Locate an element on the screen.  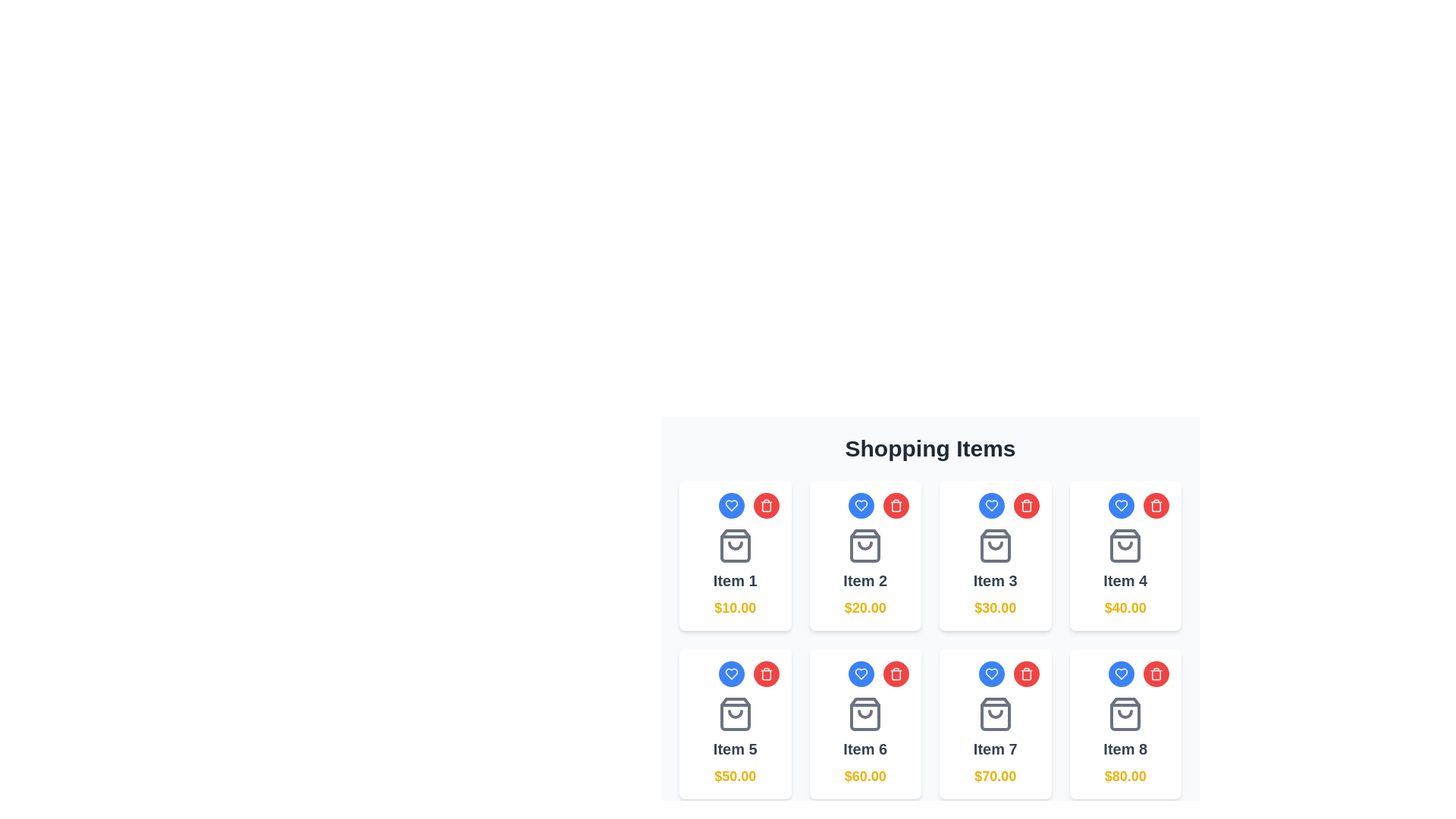
the deletion button located in the bottom row, second column from the right, directly above 'Item 7' and '$70.00' is located at coordinates (1026, 673).